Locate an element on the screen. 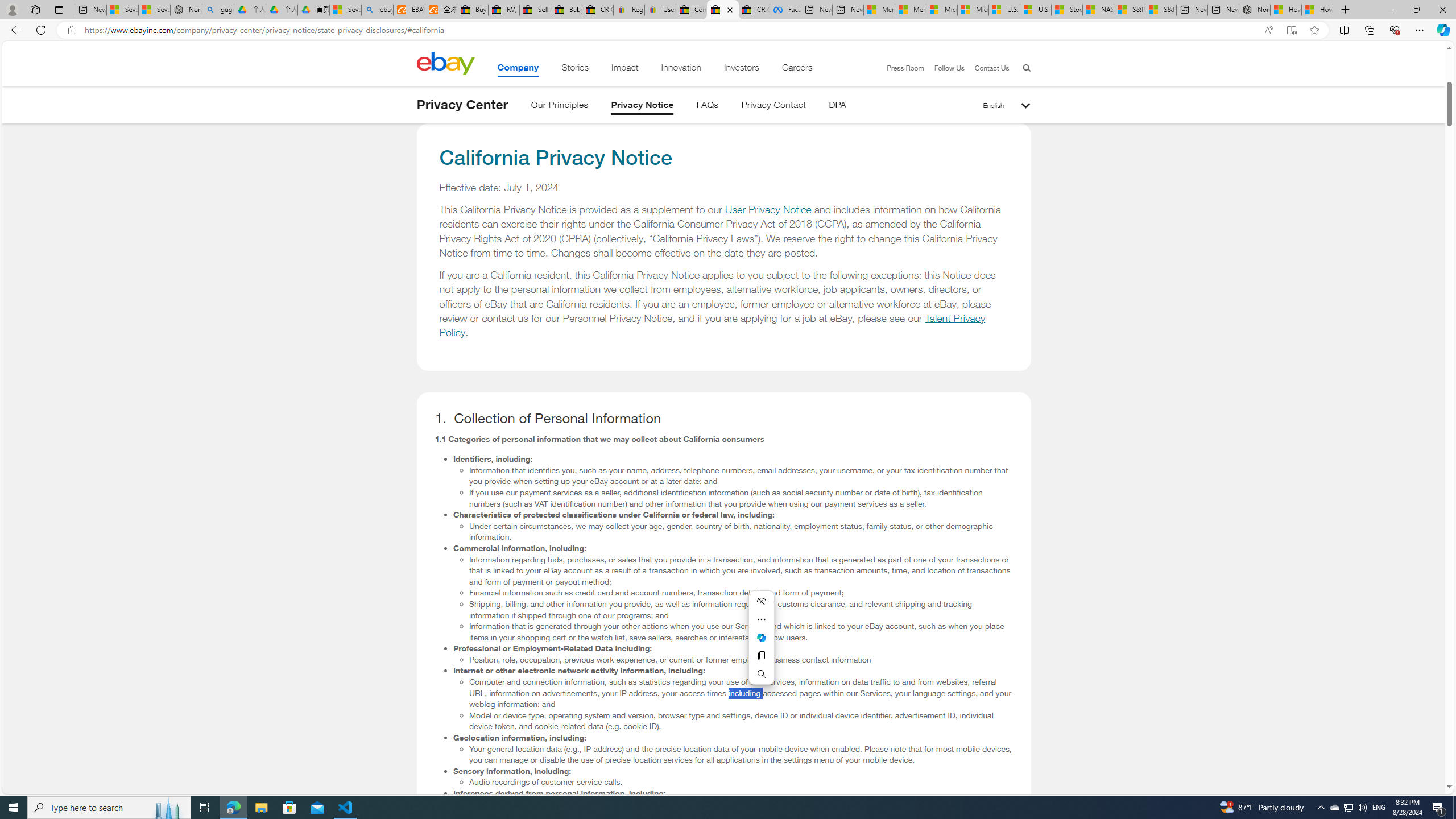 The height and width of the screenshot is (819, 1456). 'FAQs' is located at coordinates (707, 106).